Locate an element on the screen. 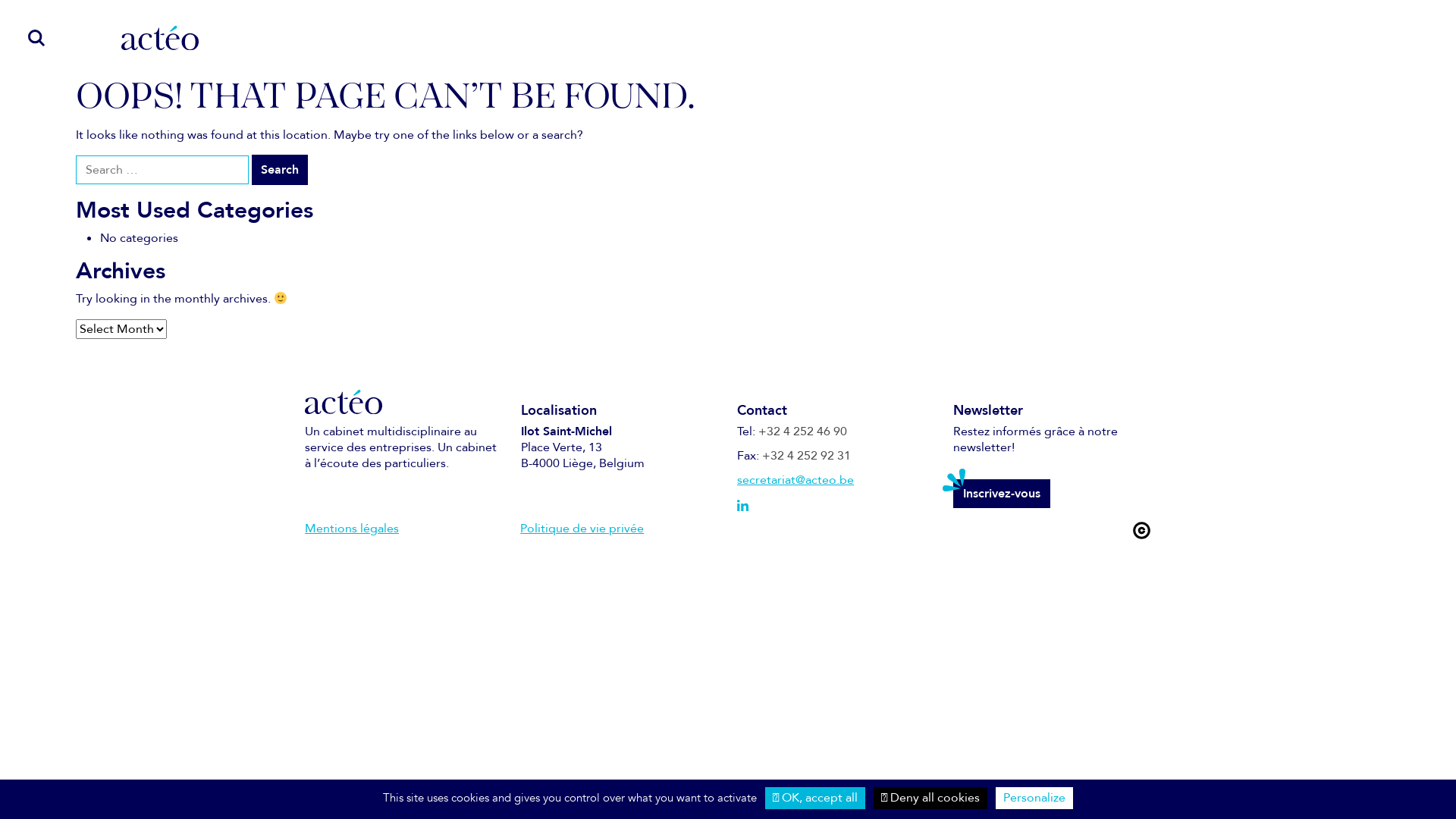 The image size is (1456, 819). 'Inscrivez-vous' is located at coordinates (1001, 494).